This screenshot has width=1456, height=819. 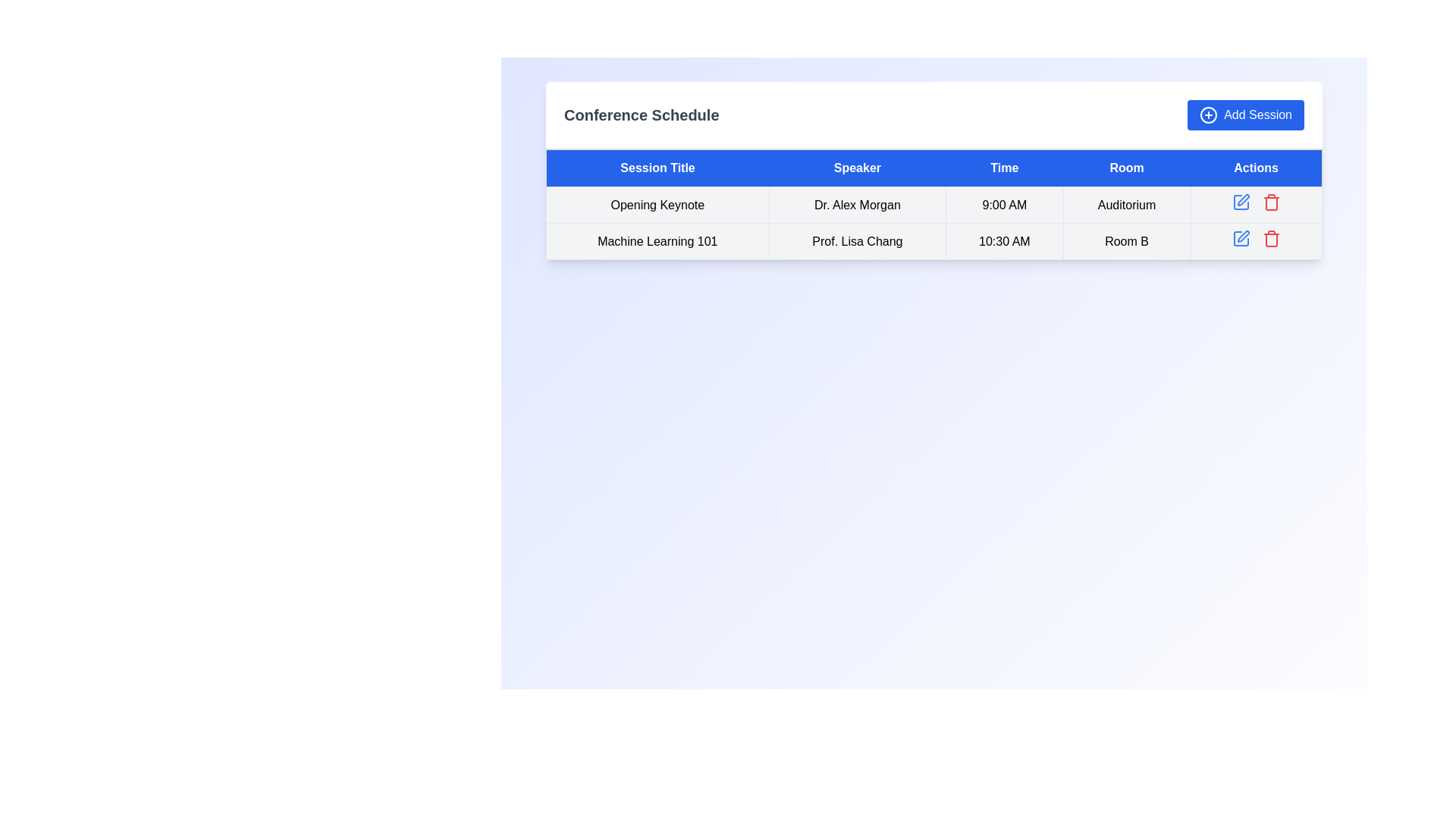 I want to click on the 'Session Title' header cell, which is the first cell, so click(x=657, y=168).